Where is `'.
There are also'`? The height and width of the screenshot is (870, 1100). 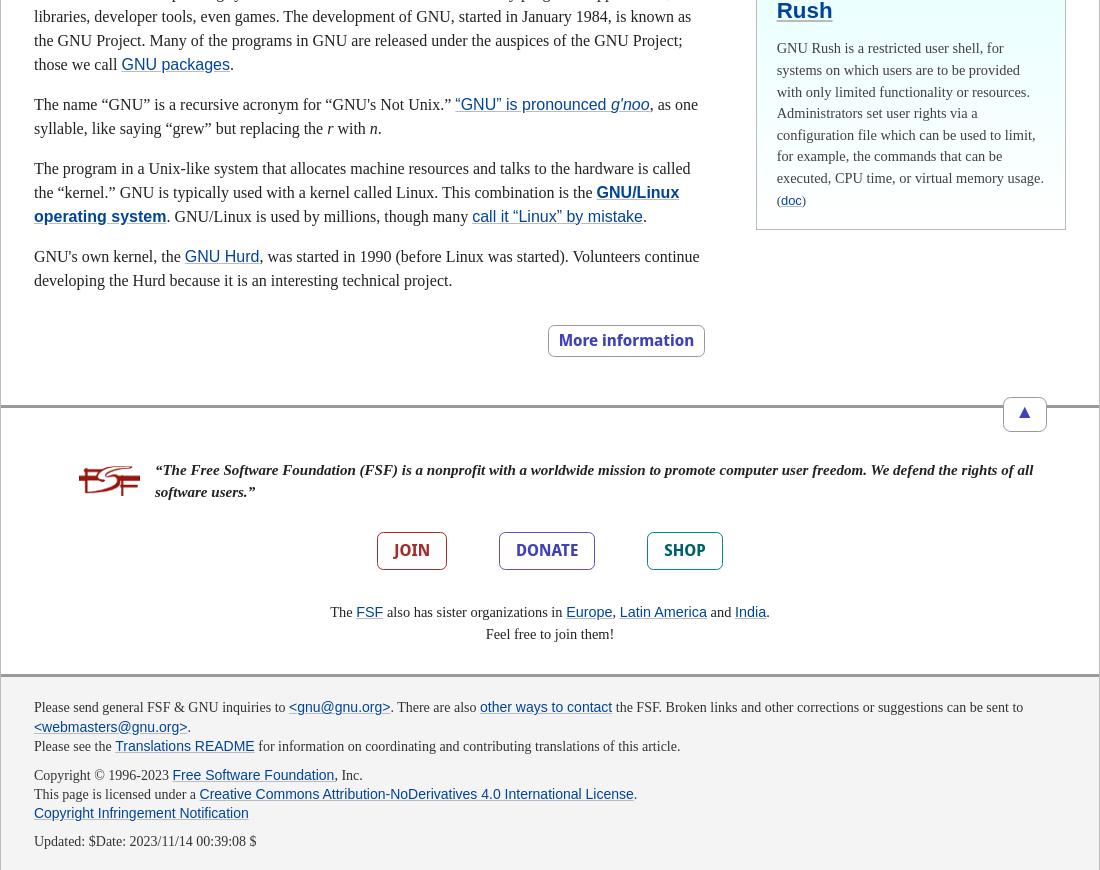
'.
There are also' is located at coordinates (433, 707).